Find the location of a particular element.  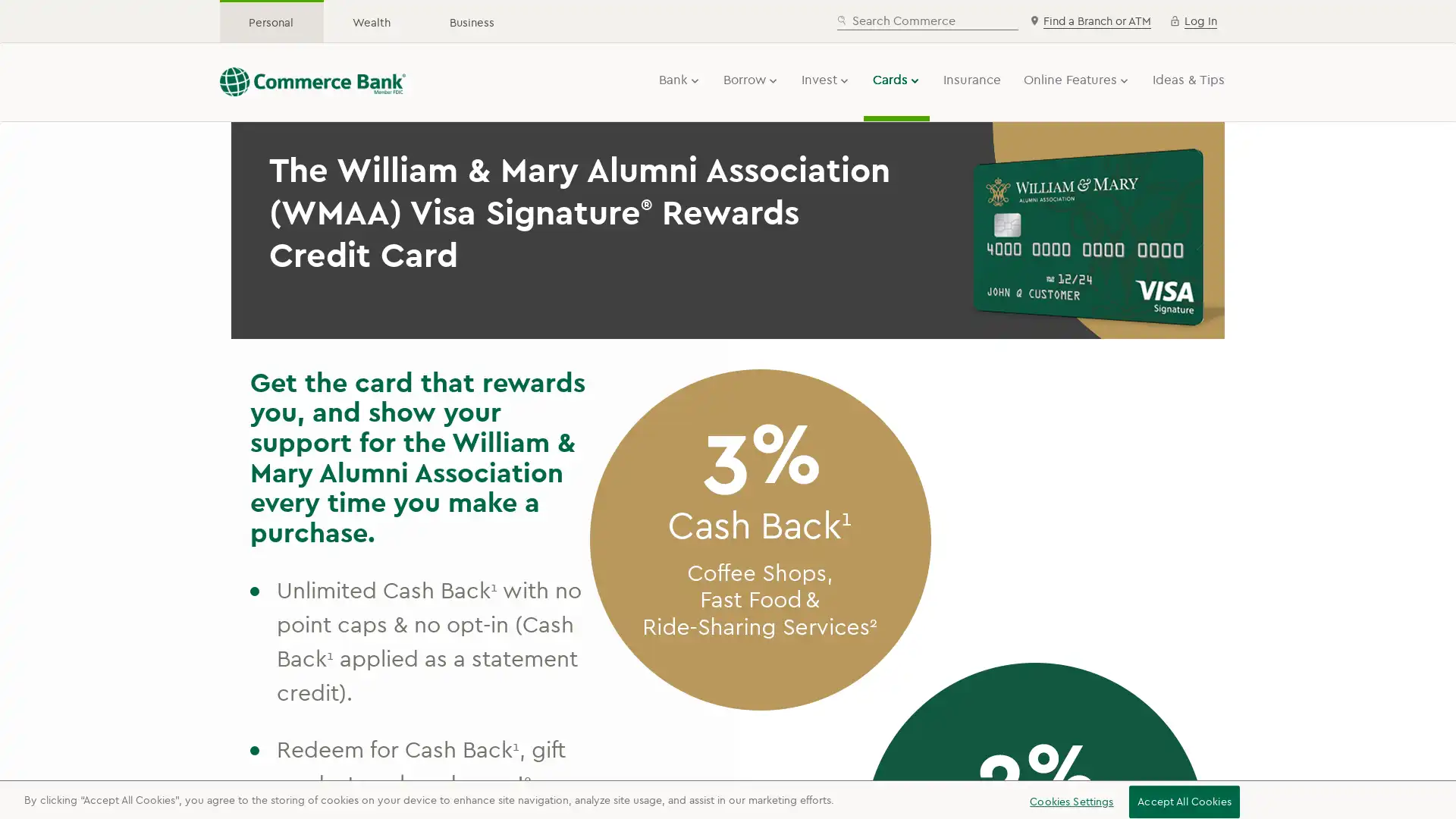

Insurance is located at coordinates (971, 79).